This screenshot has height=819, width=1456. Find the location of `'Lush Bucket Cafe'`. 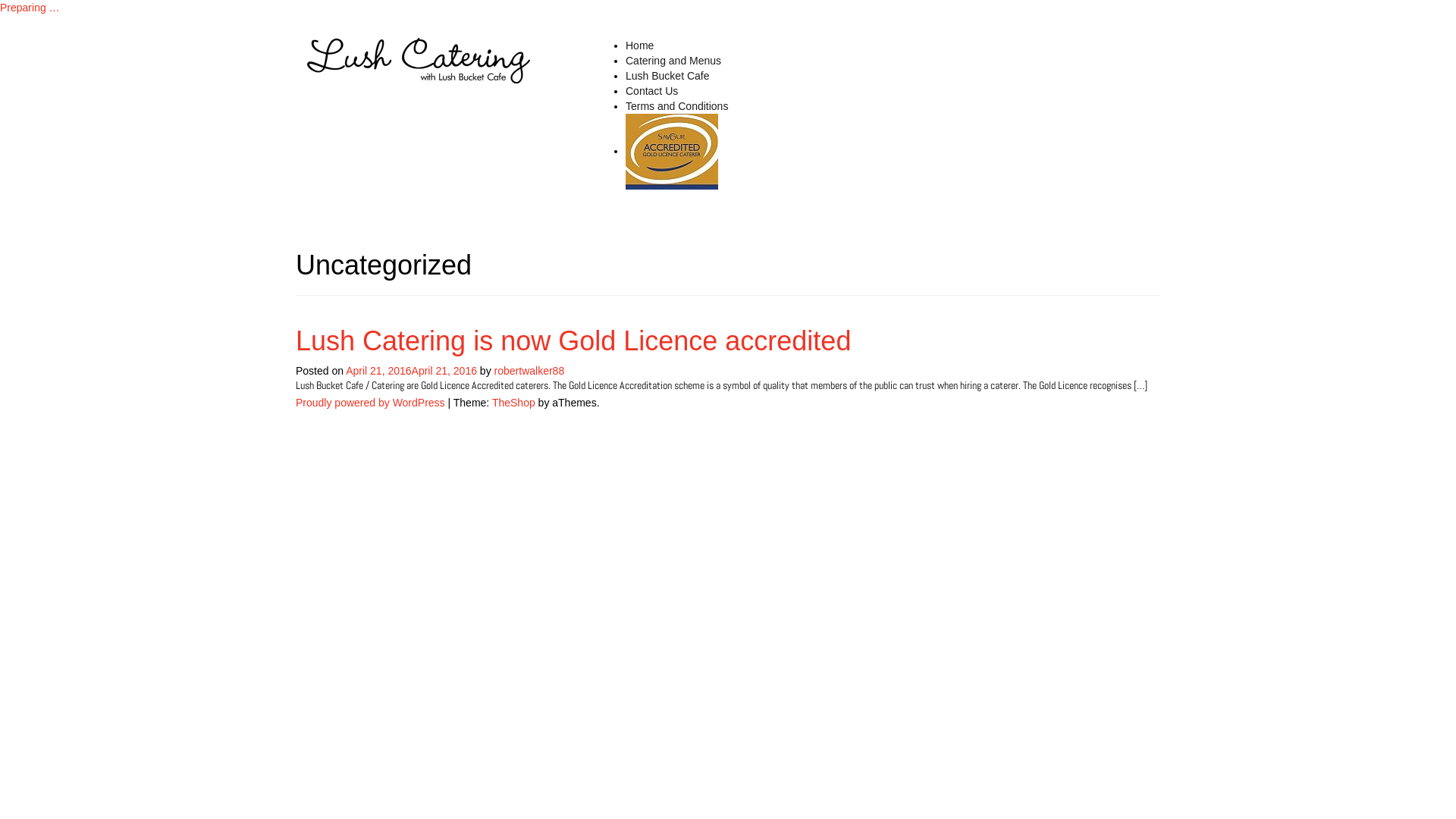

'Lush Bucket Cafe' is located at coordinates (667, 76).